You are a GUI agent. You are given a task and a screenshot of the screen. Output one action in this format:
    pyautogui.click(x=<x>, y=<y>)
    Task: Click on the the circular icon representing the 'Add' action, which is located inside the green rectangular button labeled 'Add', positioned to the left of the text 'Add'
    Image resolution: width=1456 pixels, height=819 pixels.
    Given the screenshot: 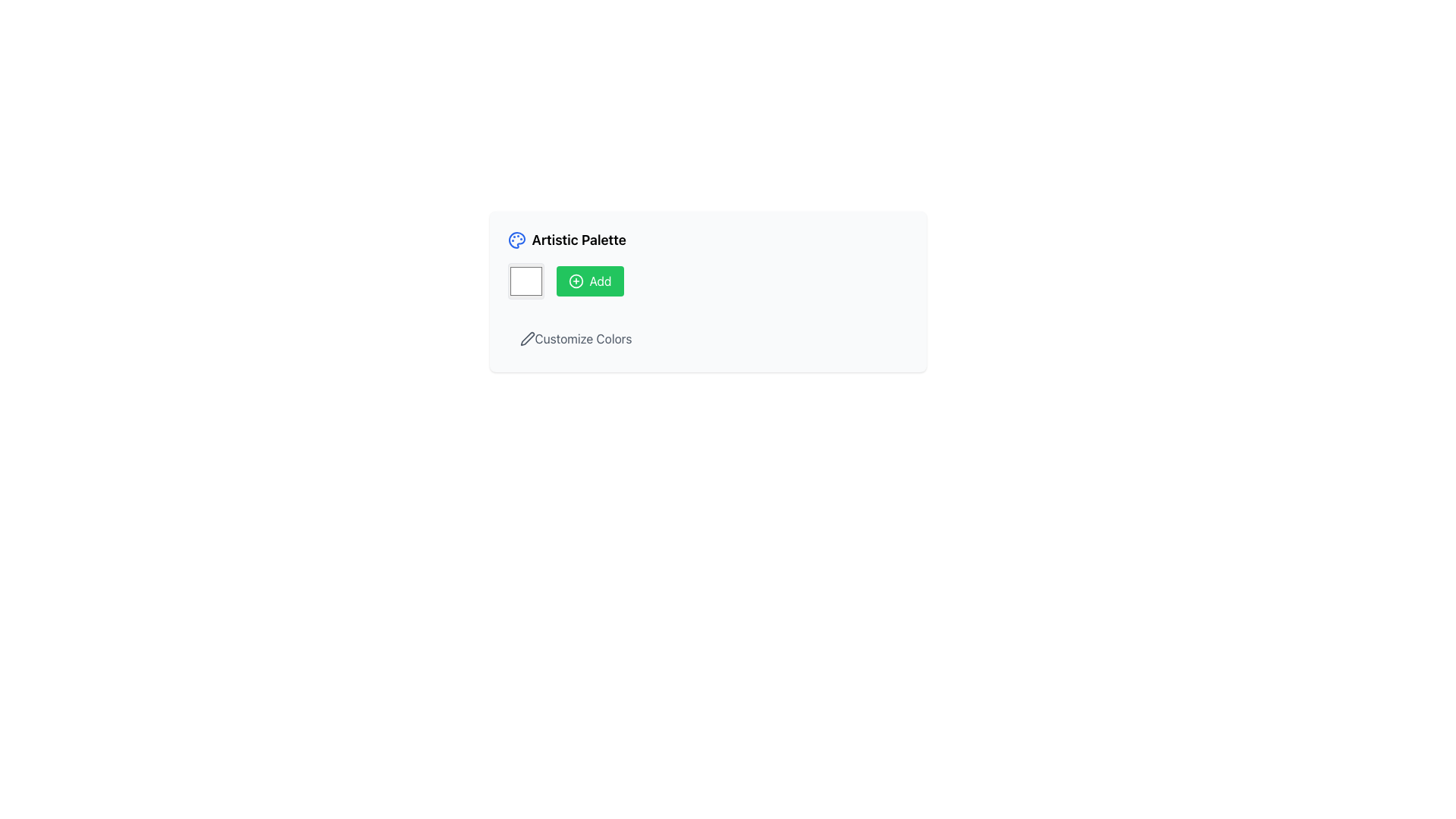 What is the action you would take?
    pyautogui.click(x=575, y=281)
    